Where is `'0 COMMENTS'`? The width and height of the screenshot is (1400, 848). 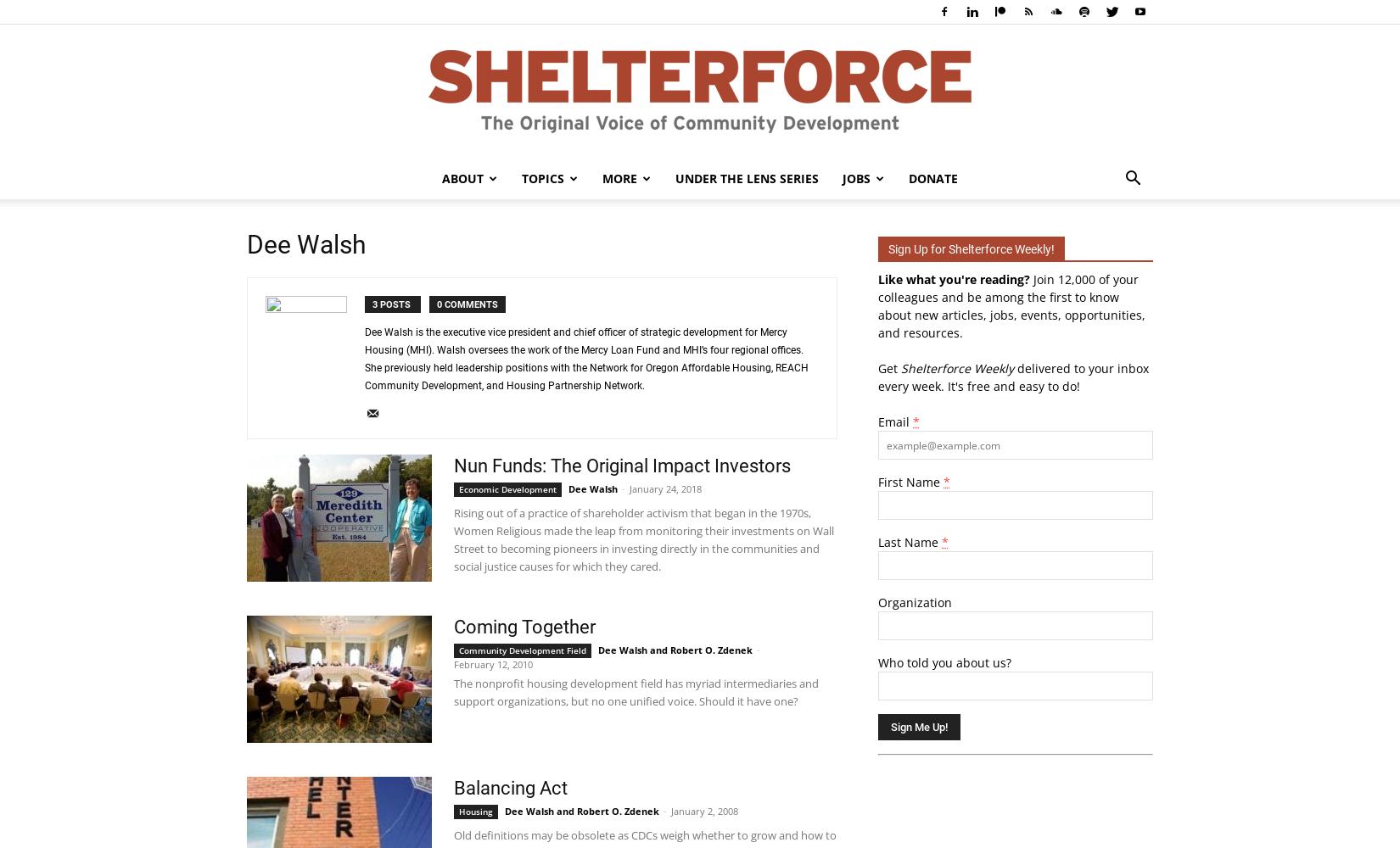 '0 COMMENTS' is located at coordinates (466, 304).